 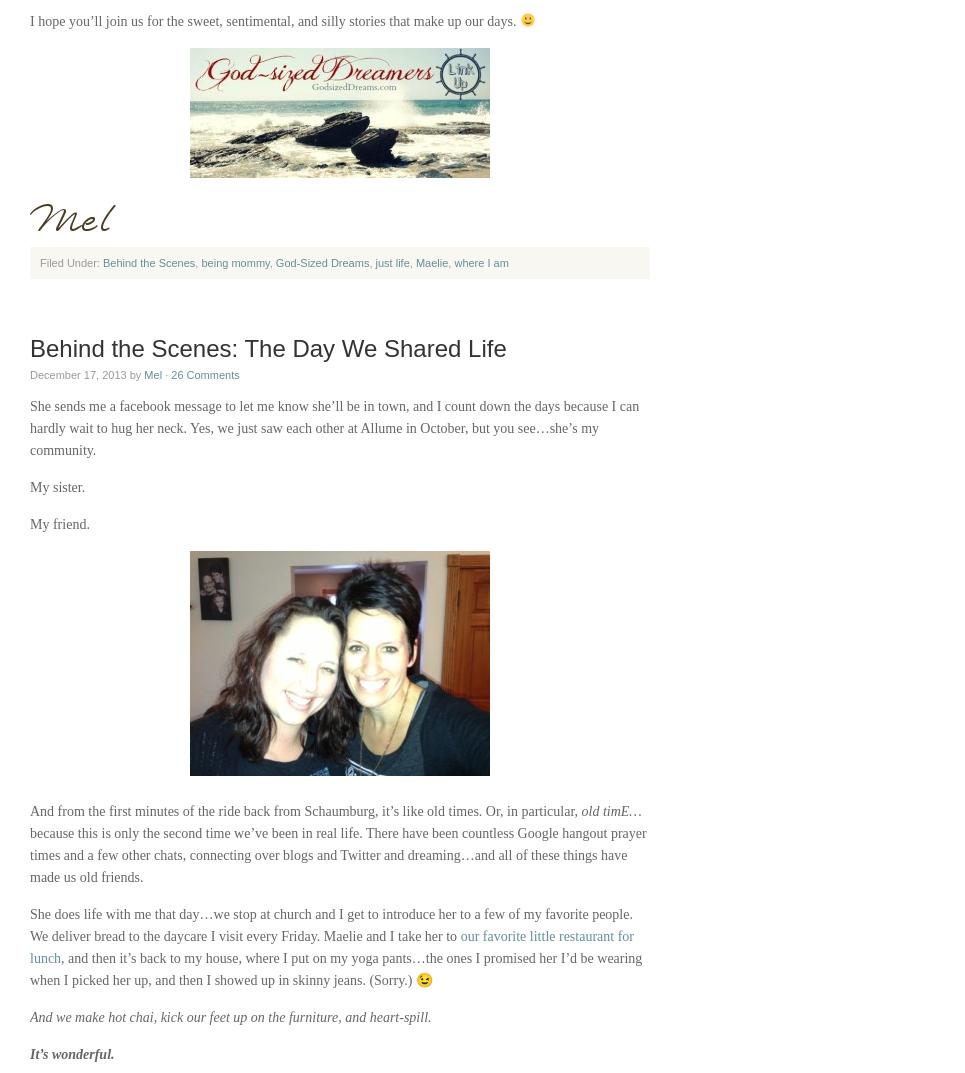 What do you see at coordinates (373, 261) in the screenshot?
I see `'just life'` at bounding box center [373, 261].